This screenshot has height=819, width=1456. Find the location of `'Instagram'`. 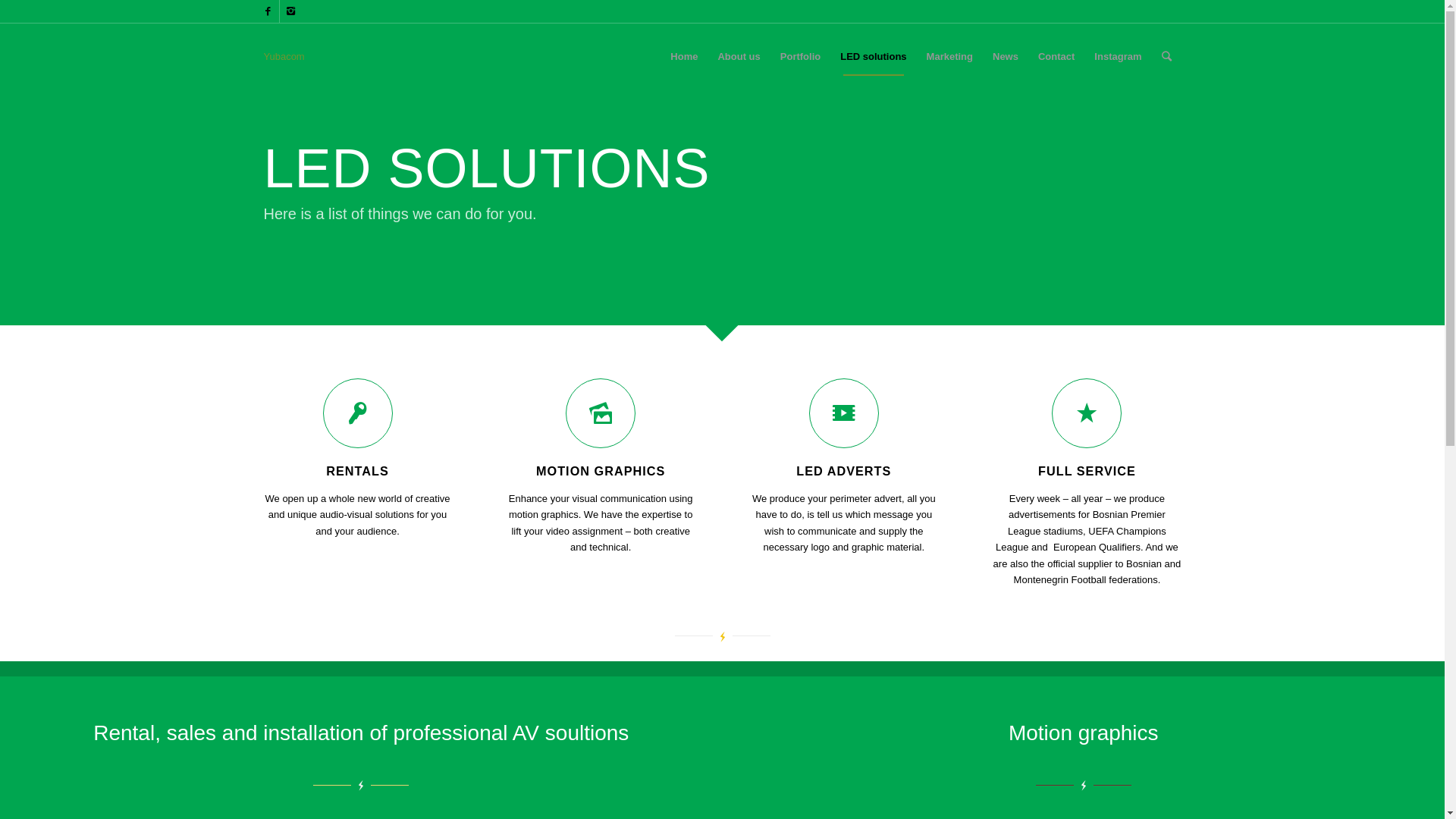

'Instagram' is located at coordinates (279, 11).